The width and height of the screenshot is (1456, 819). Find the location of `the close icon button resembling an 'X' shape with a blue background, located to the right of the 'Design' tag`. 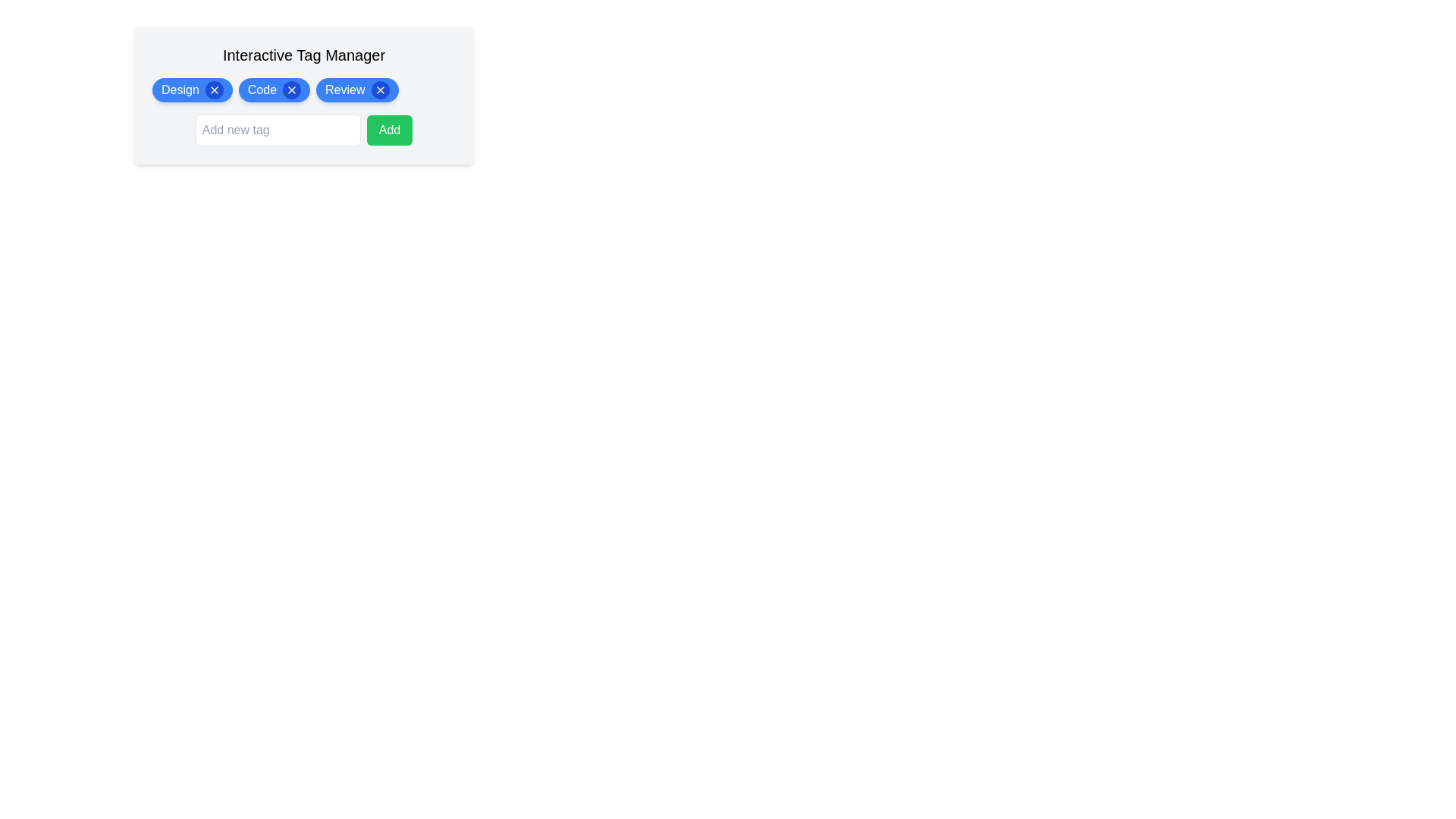

the close icon button resembling an 'X' shape with a blue background, located to the right of the 'Design' tag is located at coordinates (213, 90).